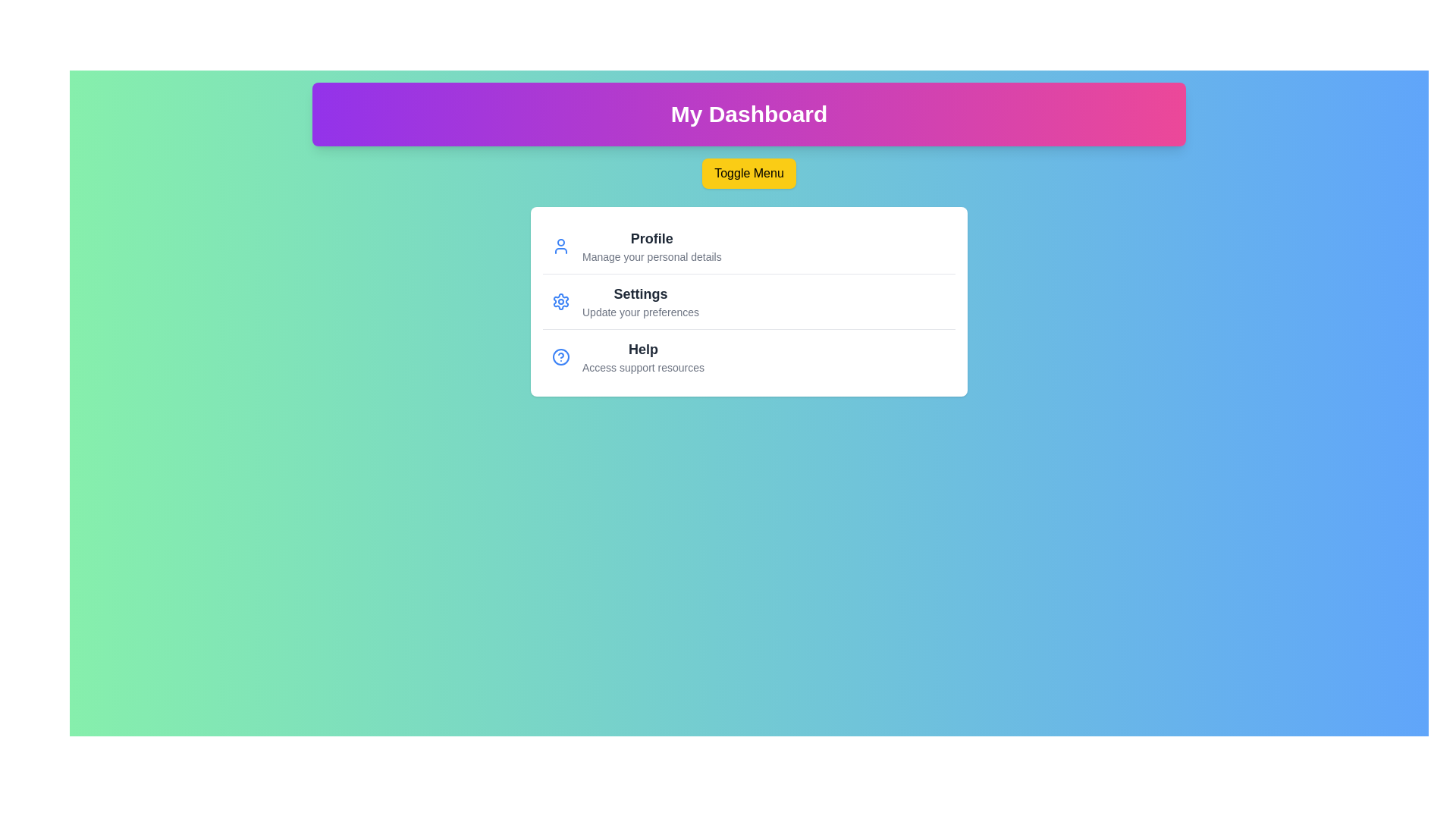 The width and height of the screenshot is (1456, 819). Describe the element at coordinates (749, 172) in the screenshot. I see `the 'Toggle Menu' button to toggle the visibility of the menu` at that location.